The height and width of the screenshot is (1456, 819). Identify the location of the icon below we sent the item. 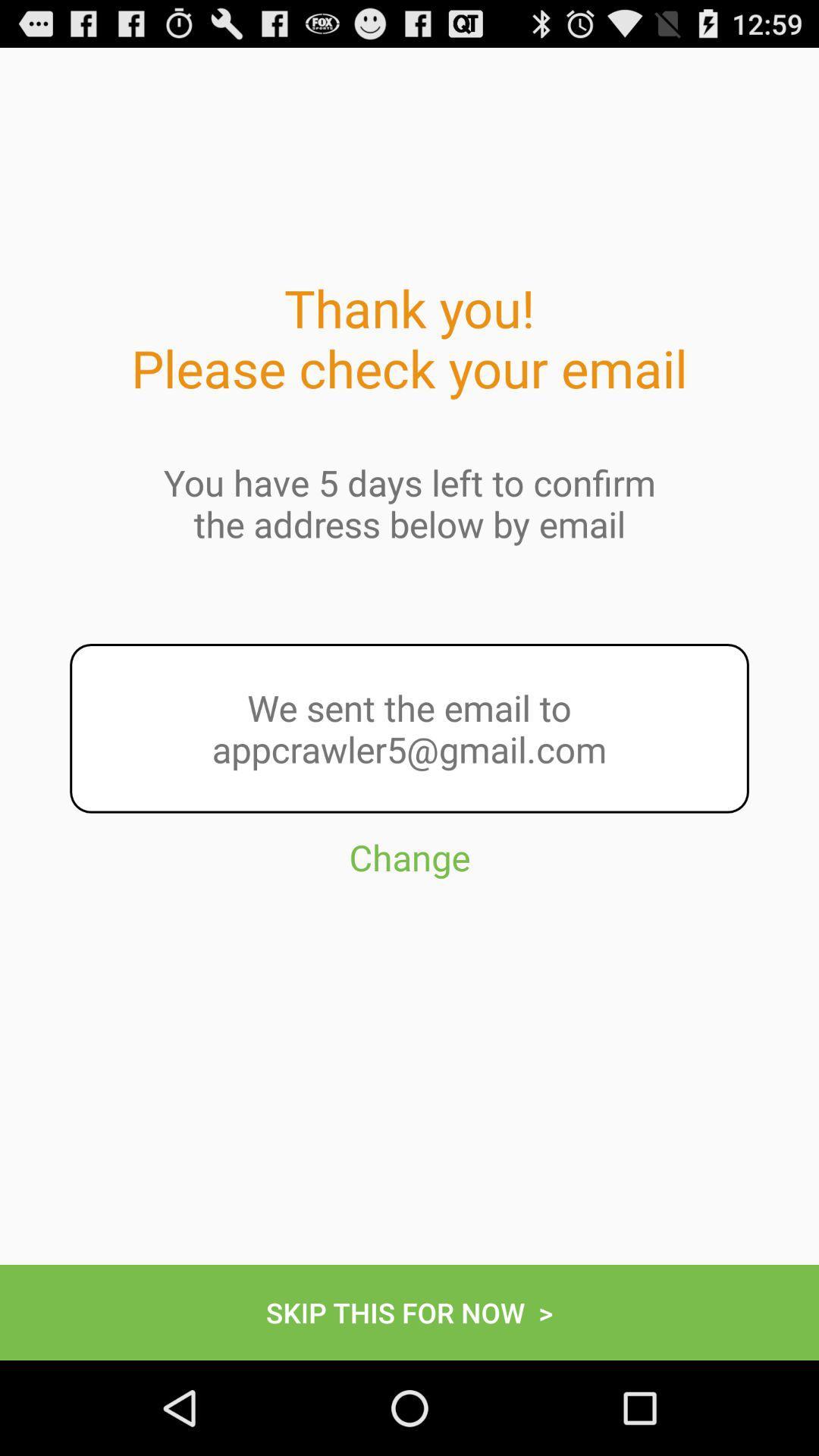
(409, 925).